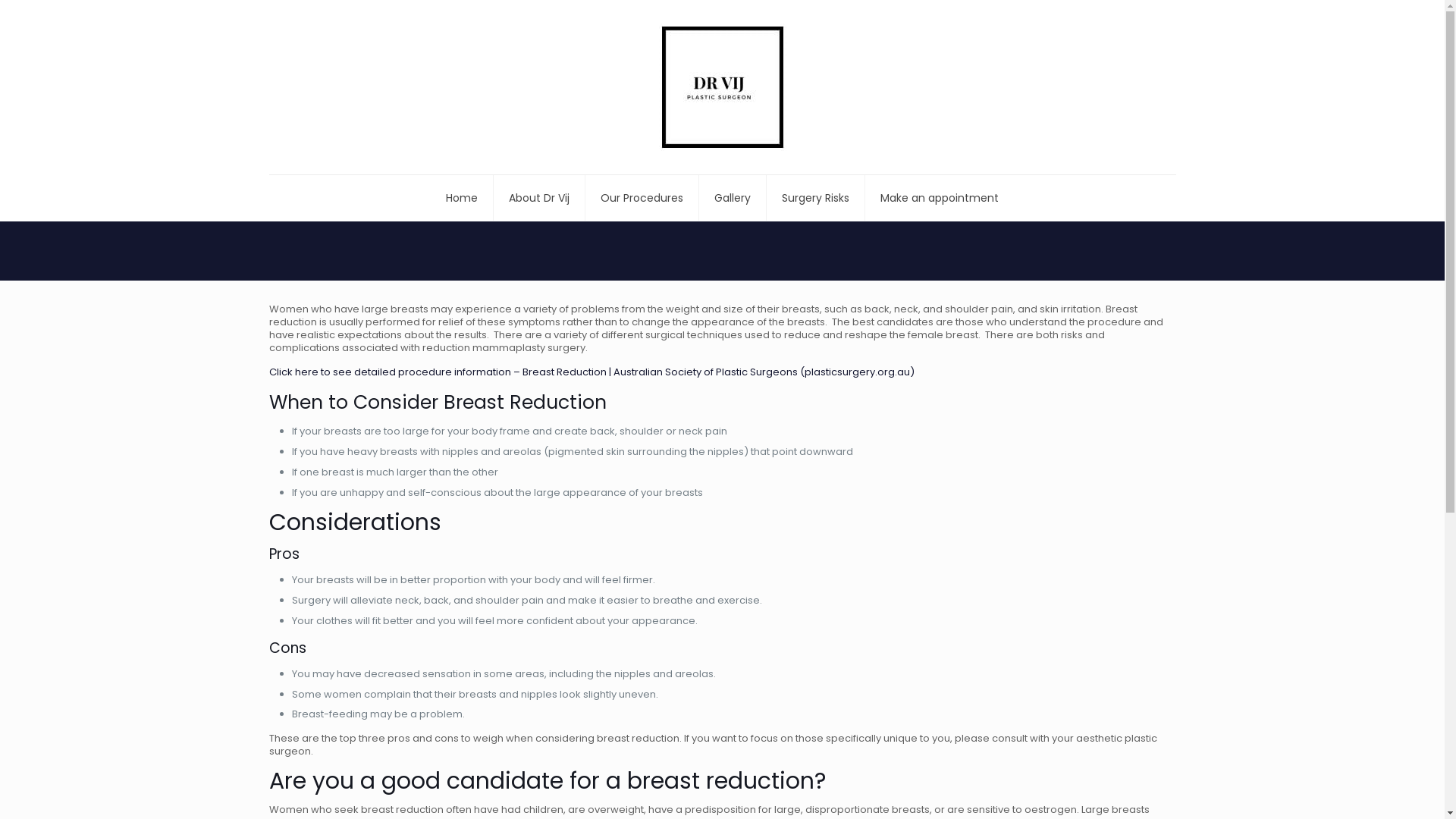  I want to click on 'Dr Vij Plastic Surgeon Perth', so click(720, 87).